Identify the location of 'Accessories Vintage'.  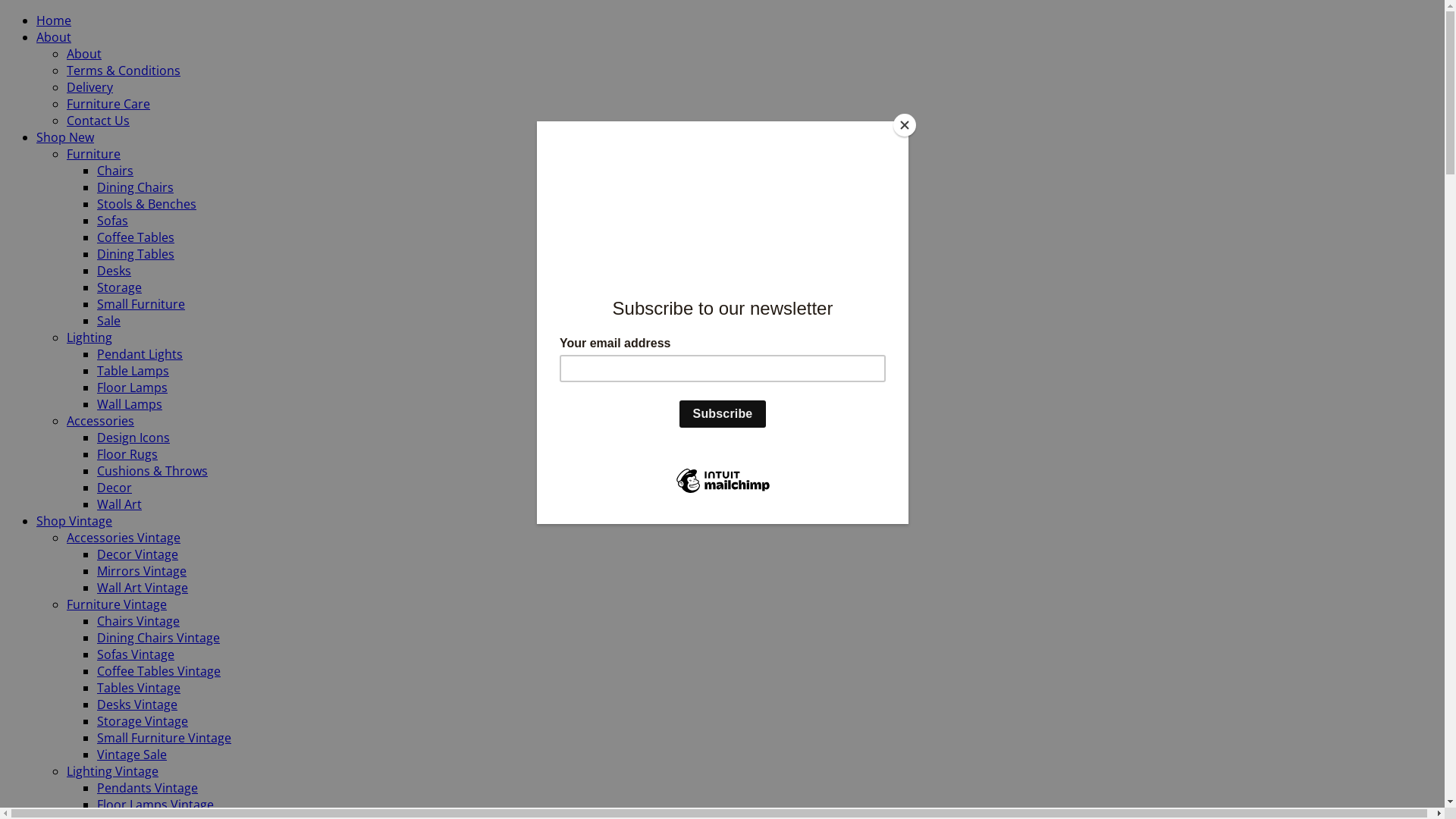
(124, 537).